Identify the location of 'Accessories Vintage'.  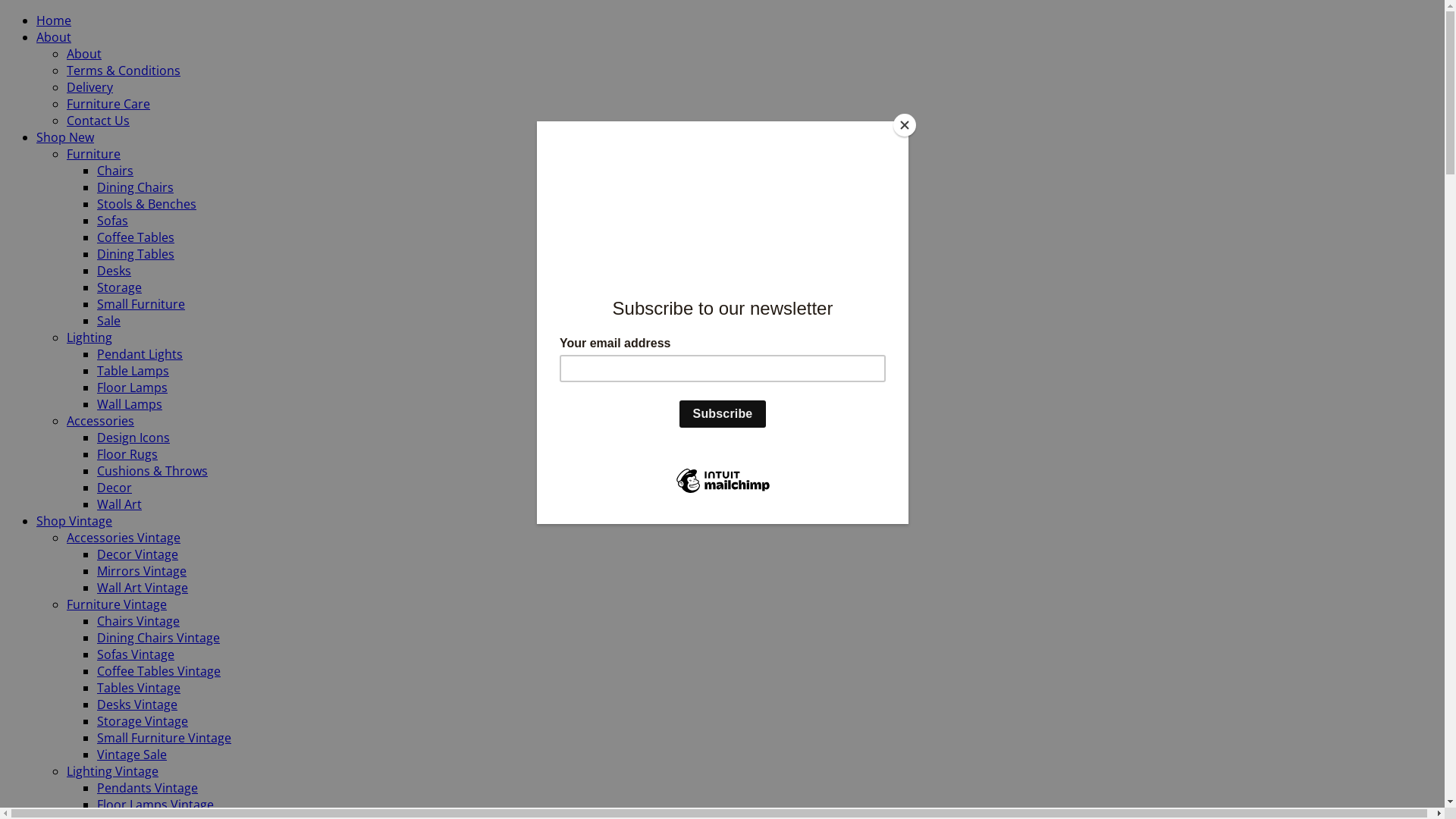
(124, 537).